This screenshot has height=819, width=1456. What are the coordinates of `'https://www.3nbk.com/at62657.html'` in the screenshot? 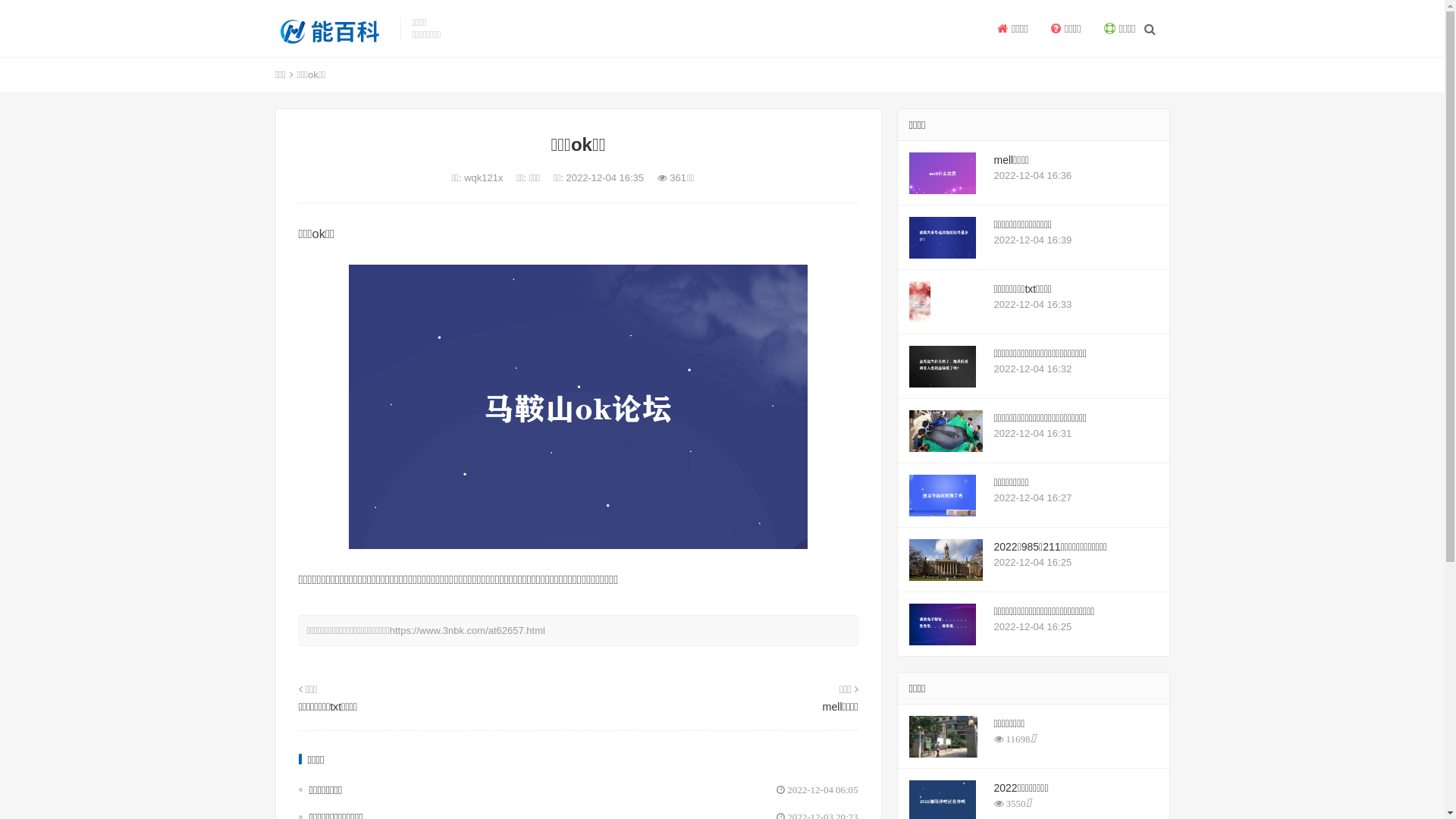 It's located at (466, 630).